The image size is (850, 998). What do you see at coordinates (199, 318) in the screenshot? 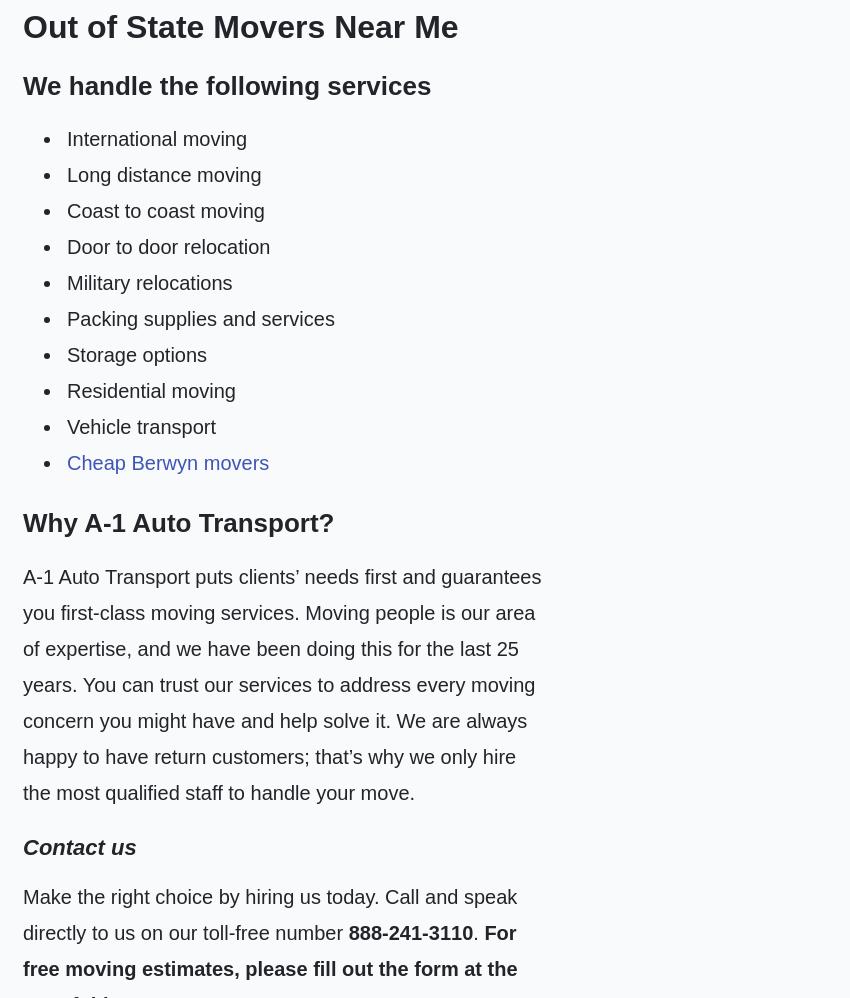
I see `'Packing supplies and services'` at bounding box center [199, 318].